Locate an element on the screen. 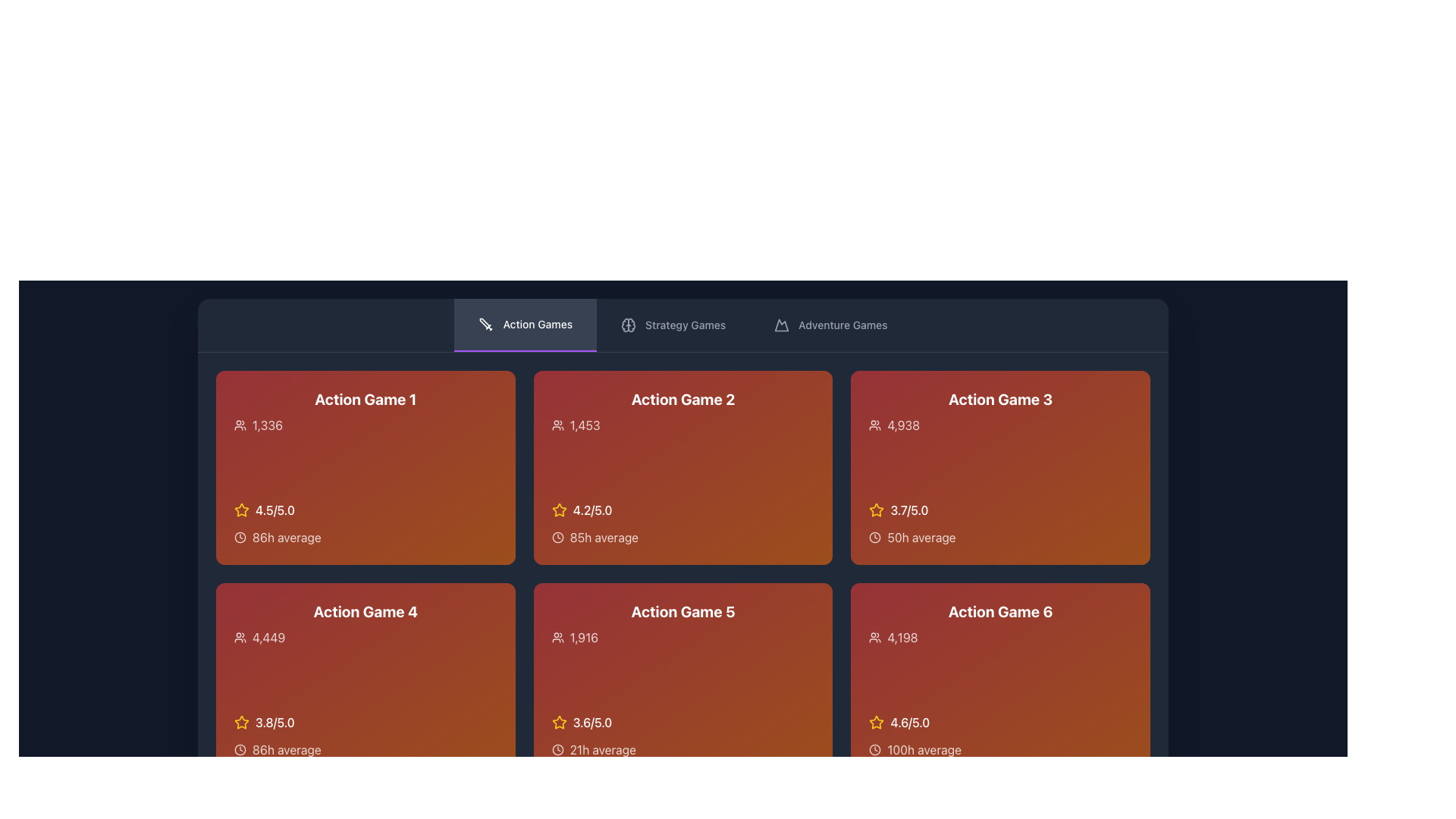 The height and width of the screenshot is (819, 1456). the Text block displaying 'Action Game 3' in bold white text on a reddish orange background, located in the upper right position of the top row of a 3x2 grid of cards is located at coordinates (1000, 412).